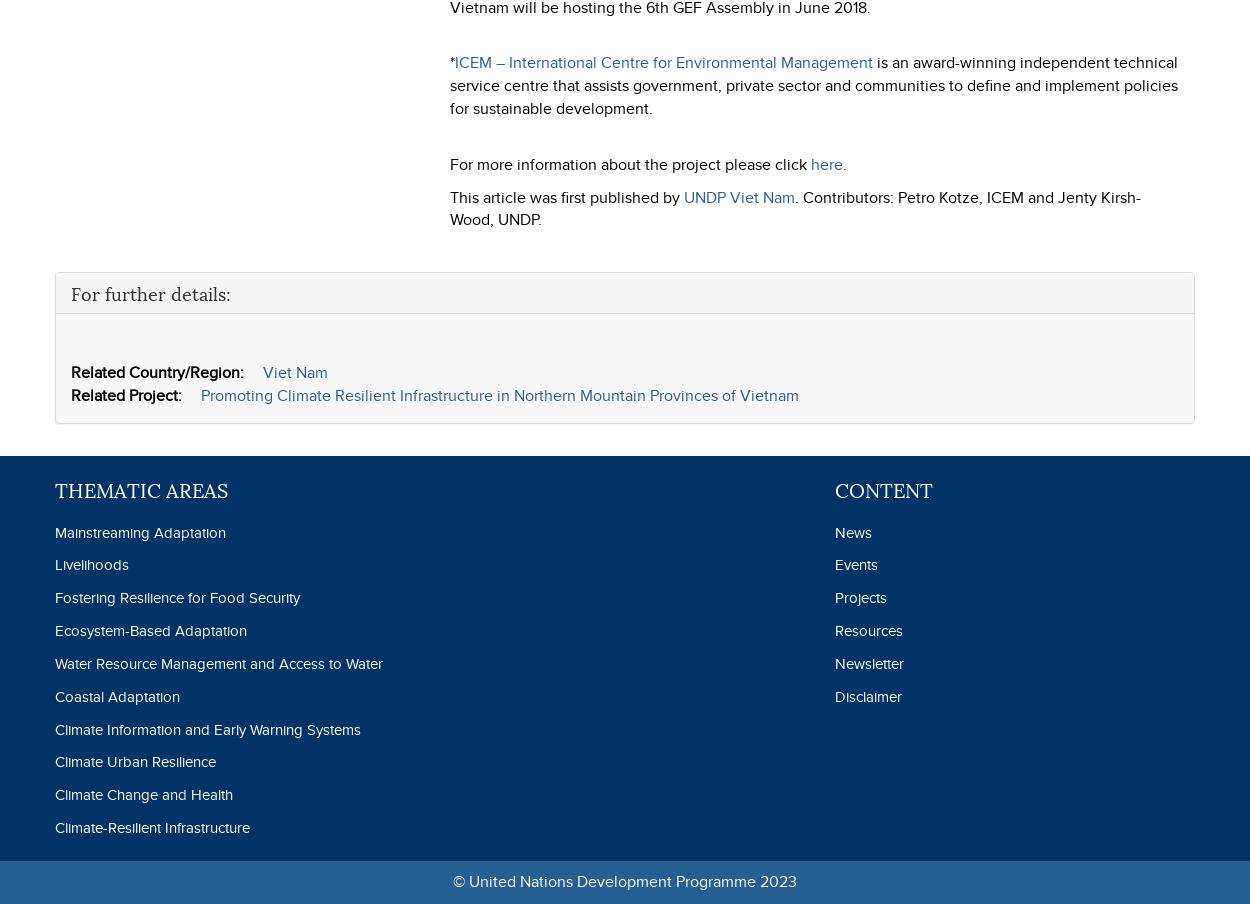 This screenshot has width=1250, height=904. What do you see at coordinates (135, 761) in the screenshot?
I see `'Climate Urban Resilience'` at bounding box center [135, 761].